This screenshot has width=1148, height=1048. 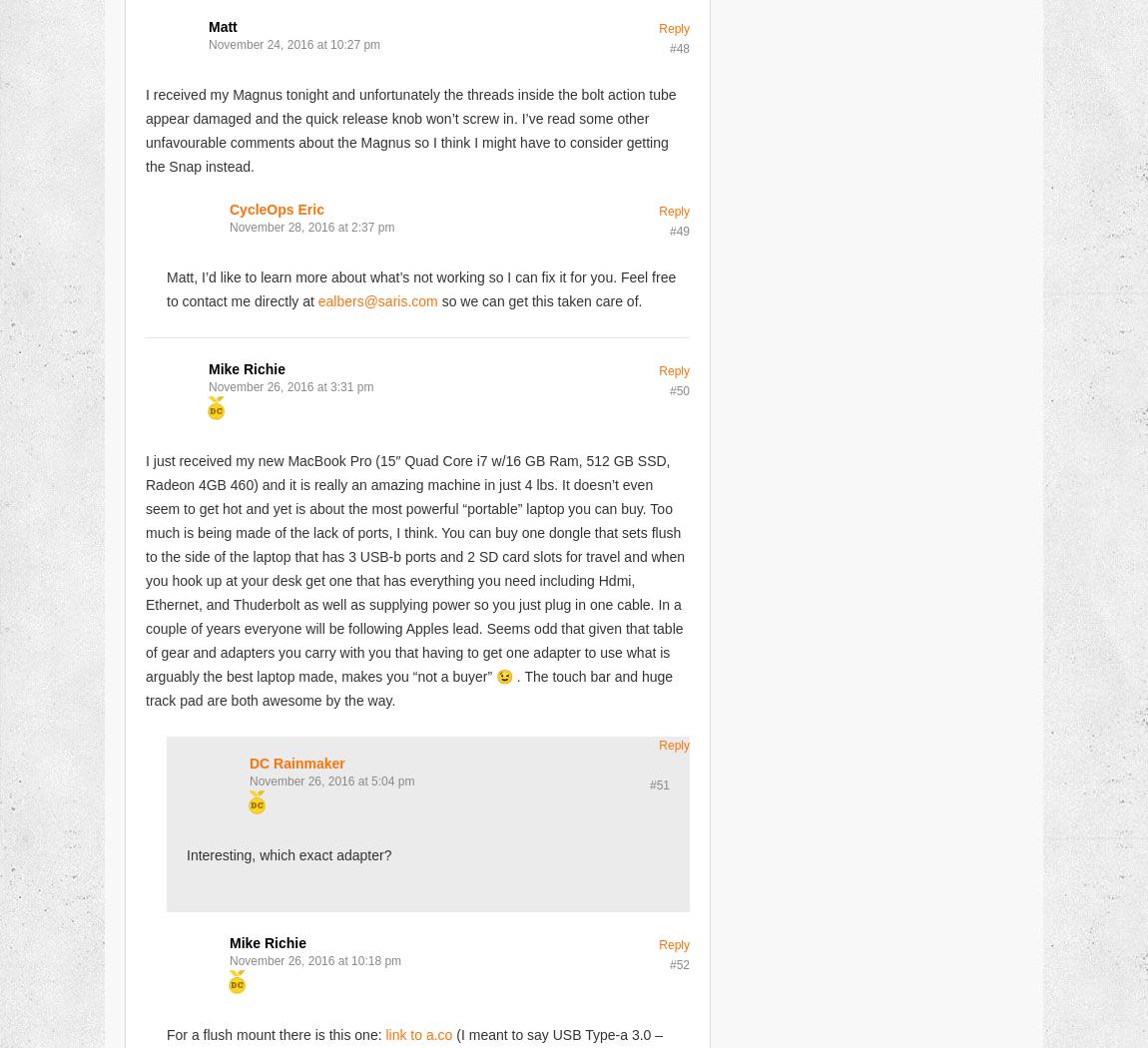 I want to click on 'link to a.co', so click(x=385, y=1033).